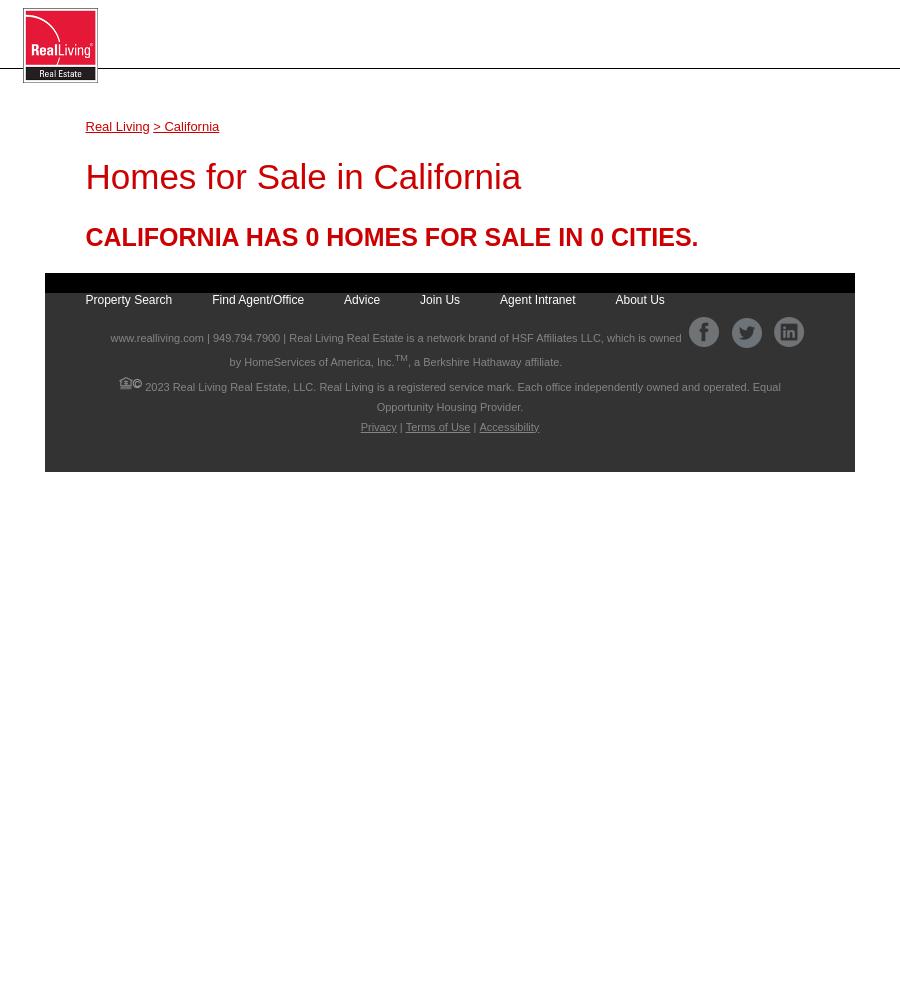  What do you see at coordinates (212, 337) in the screenshot?
I see `'949.794.7900'` at bounding box center [212, 337].